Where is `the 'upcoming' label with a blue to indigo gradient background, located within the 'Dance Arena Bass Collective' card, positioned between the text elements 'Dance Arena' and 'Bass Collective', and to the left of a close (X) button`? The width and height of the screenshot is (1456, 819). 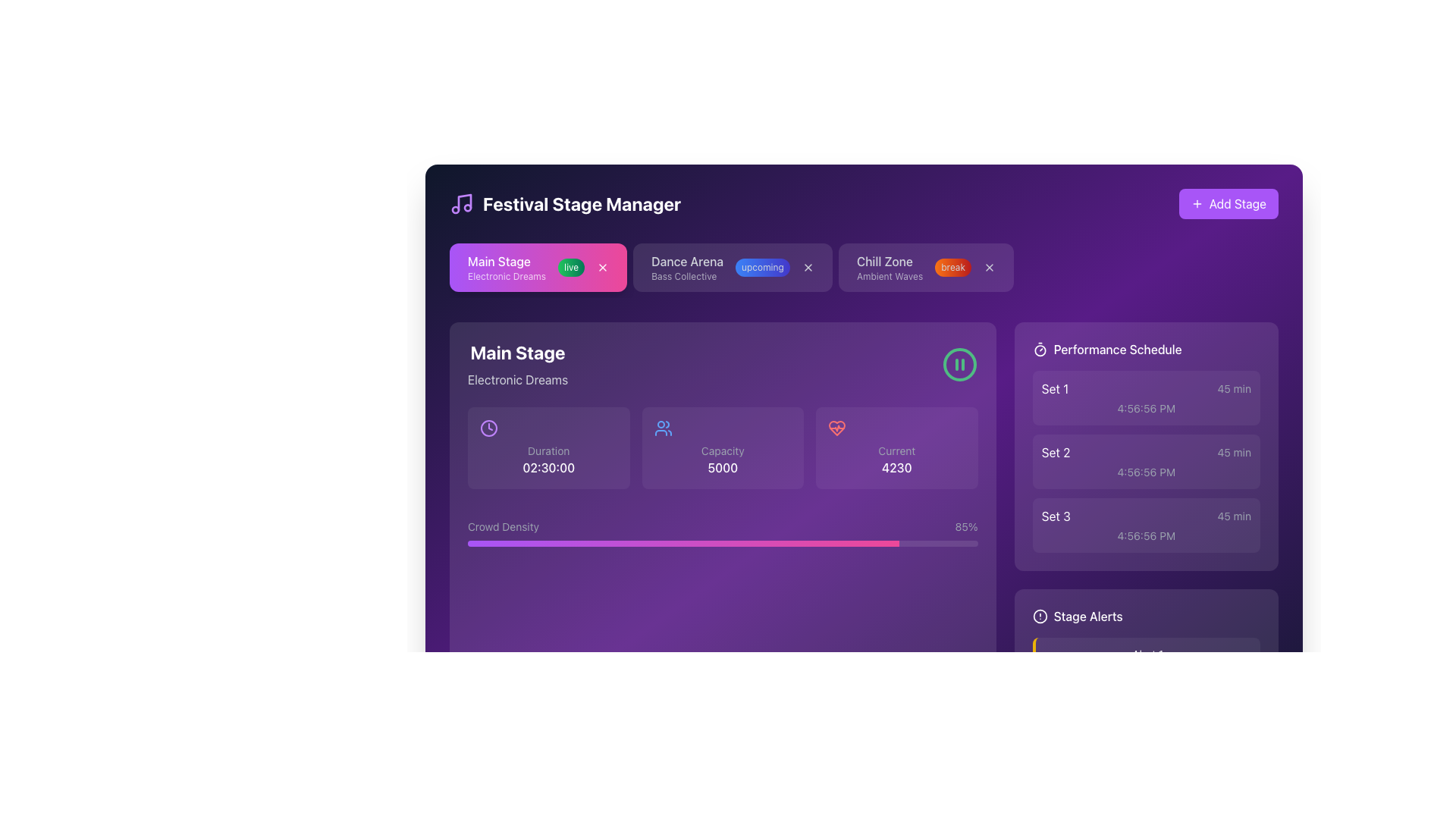
the 'upcoming' label with a blue to indigo gradient background, located within the 'Dance Arena Bass Collective' card, positioned between the text elements 'Dance Arena' and 'Bass Collective', and to the left of a close (X) button is located at coordinates (762, 267).